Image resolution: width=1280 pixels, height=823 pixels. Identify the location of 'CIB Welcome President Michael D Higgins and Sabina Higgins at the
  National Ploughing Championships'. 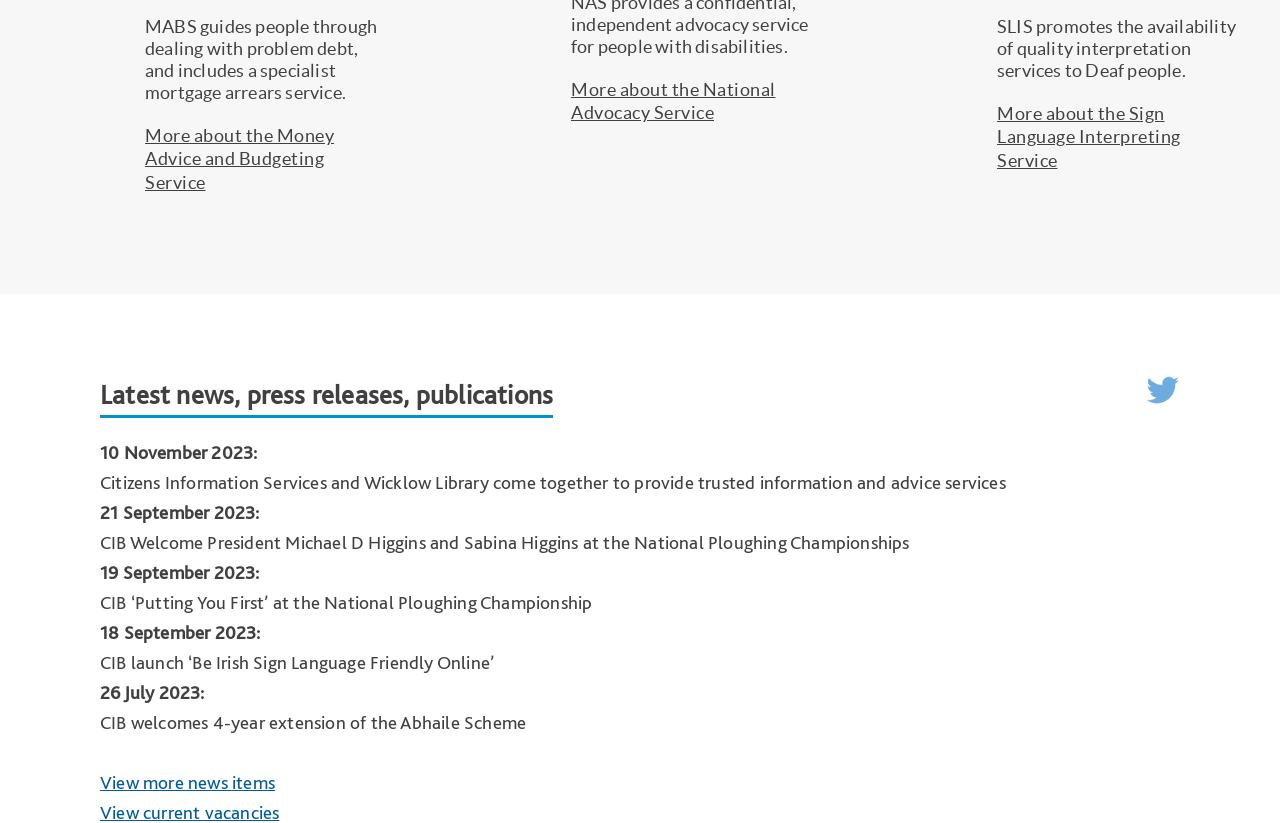
(504, 540).